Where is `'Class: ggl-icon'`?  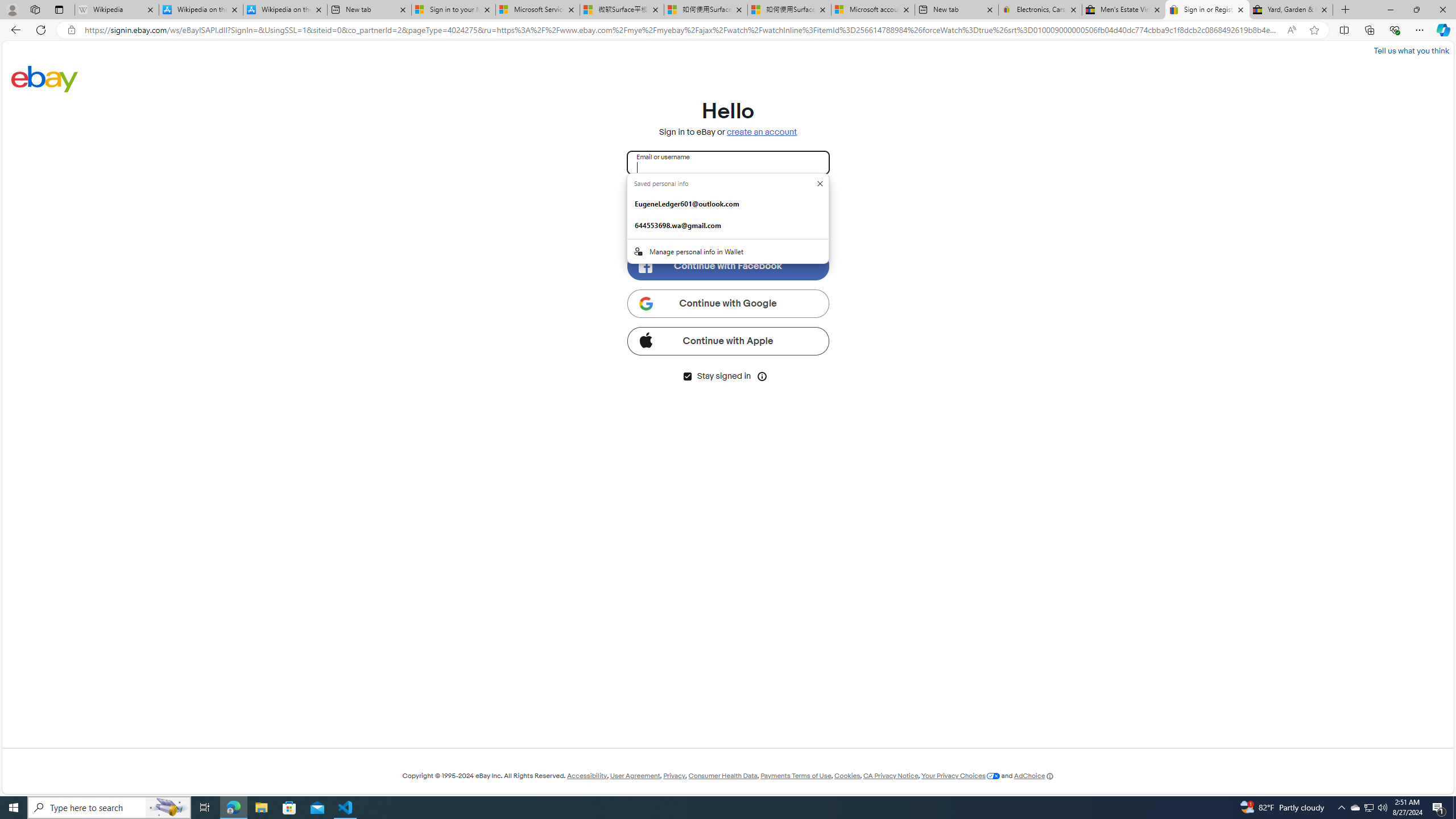 'Class: ggl-icon' is located at coordinates (645, 303).